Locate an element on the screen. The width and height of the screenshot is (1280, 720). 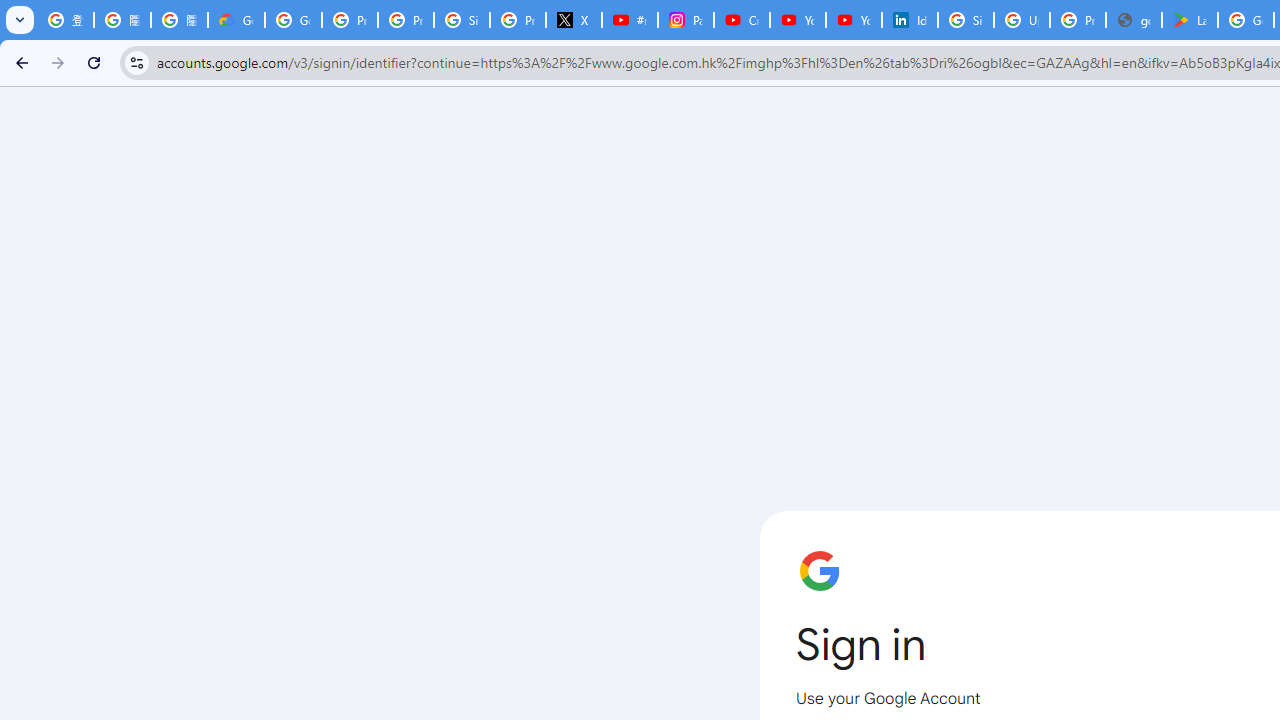
'Google Cloud Privacy Notice' is located at coordinates (236, 20).